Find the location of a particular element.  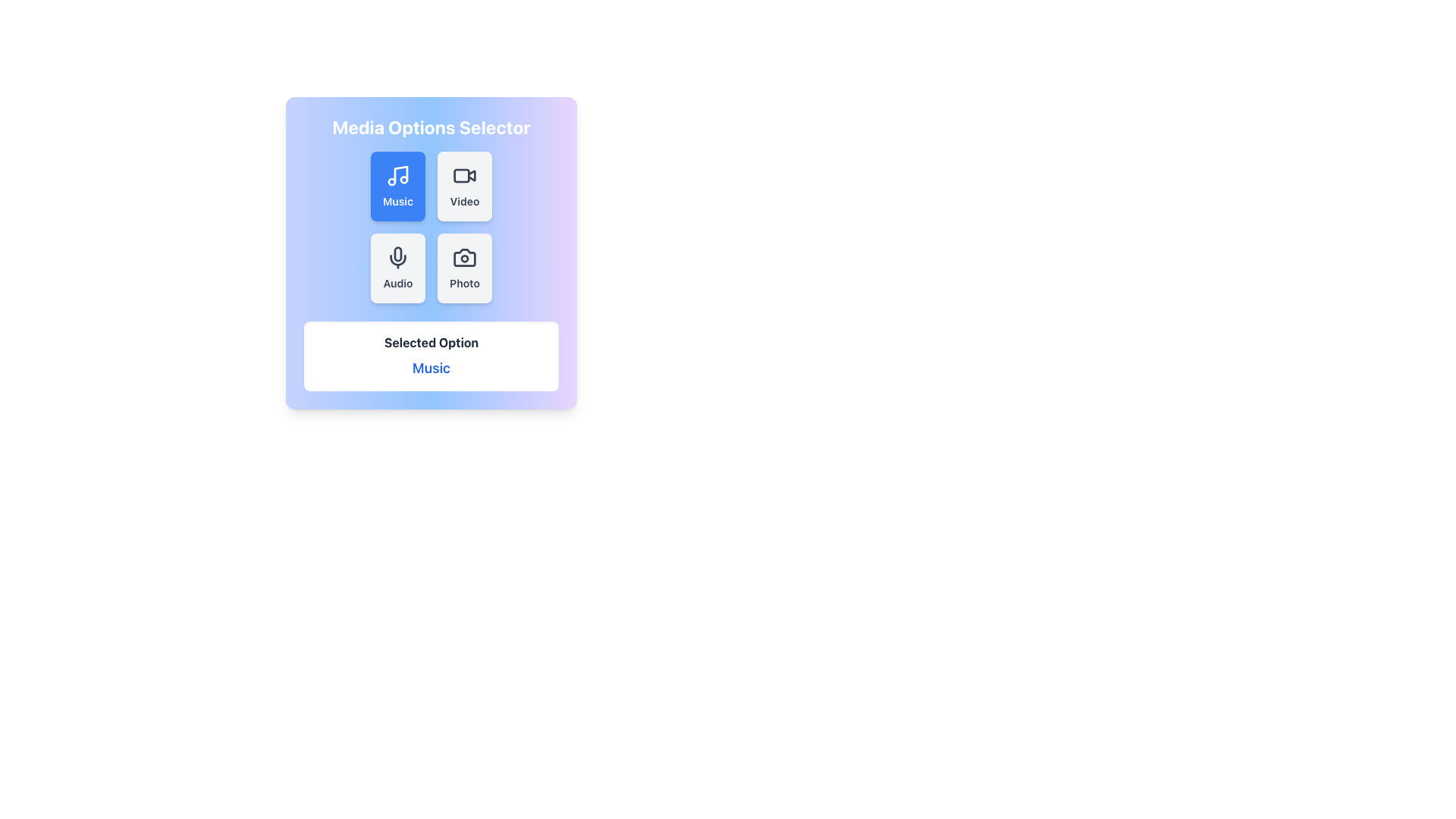

the camera icon labeled 'Photo' located in the bottom-right corner of the media type options grid is located at coordinates (464, 256).